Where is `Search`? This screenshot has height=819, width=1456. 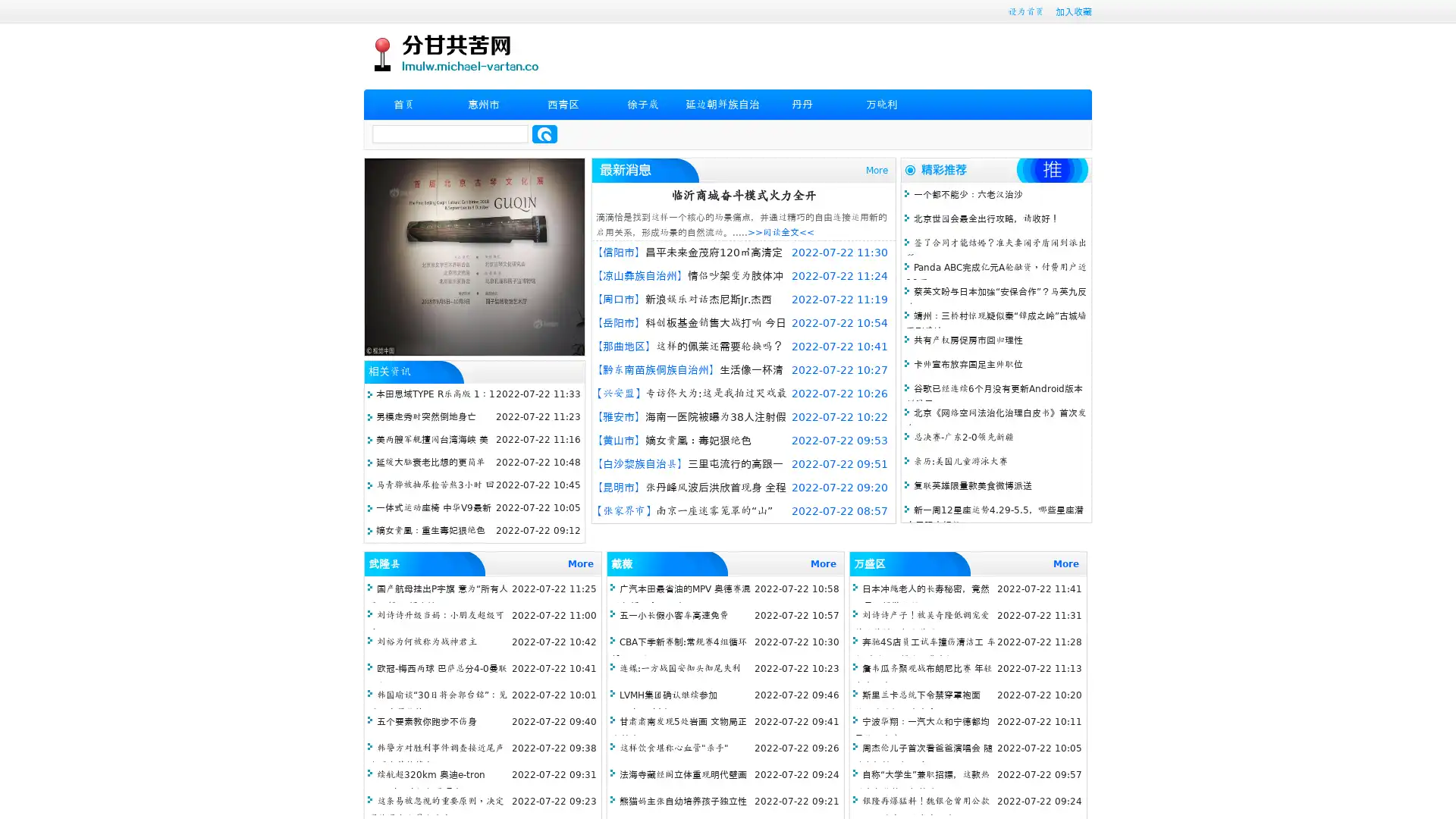 Search is located at coordinates (544, 133).